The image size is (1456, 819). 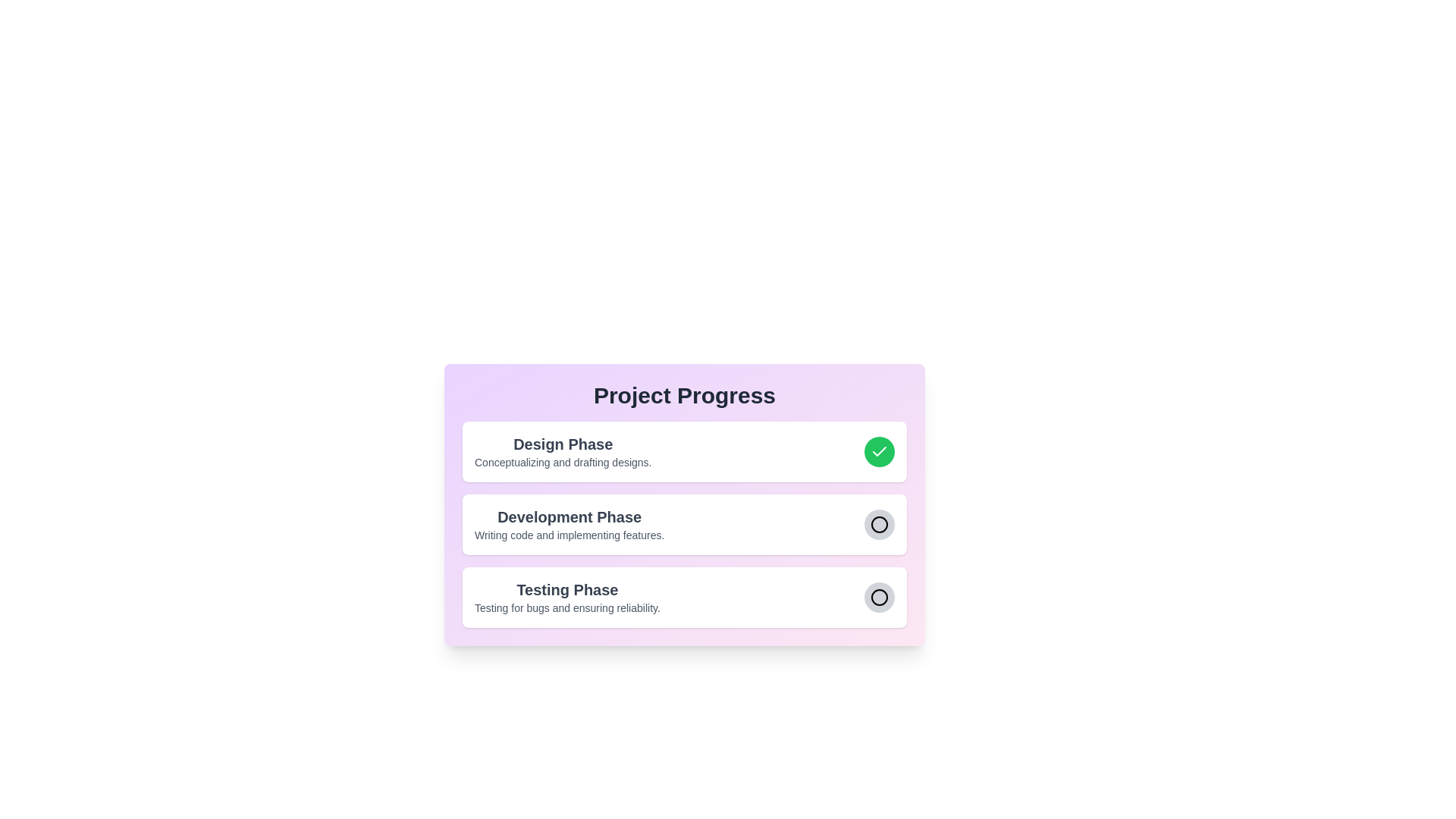 I want to click on the SVG Circle element representing the inner circle of the icon in the 'Testing Phase' section, located at the bottom-right corner of the interface, so click(x=880, y=596).